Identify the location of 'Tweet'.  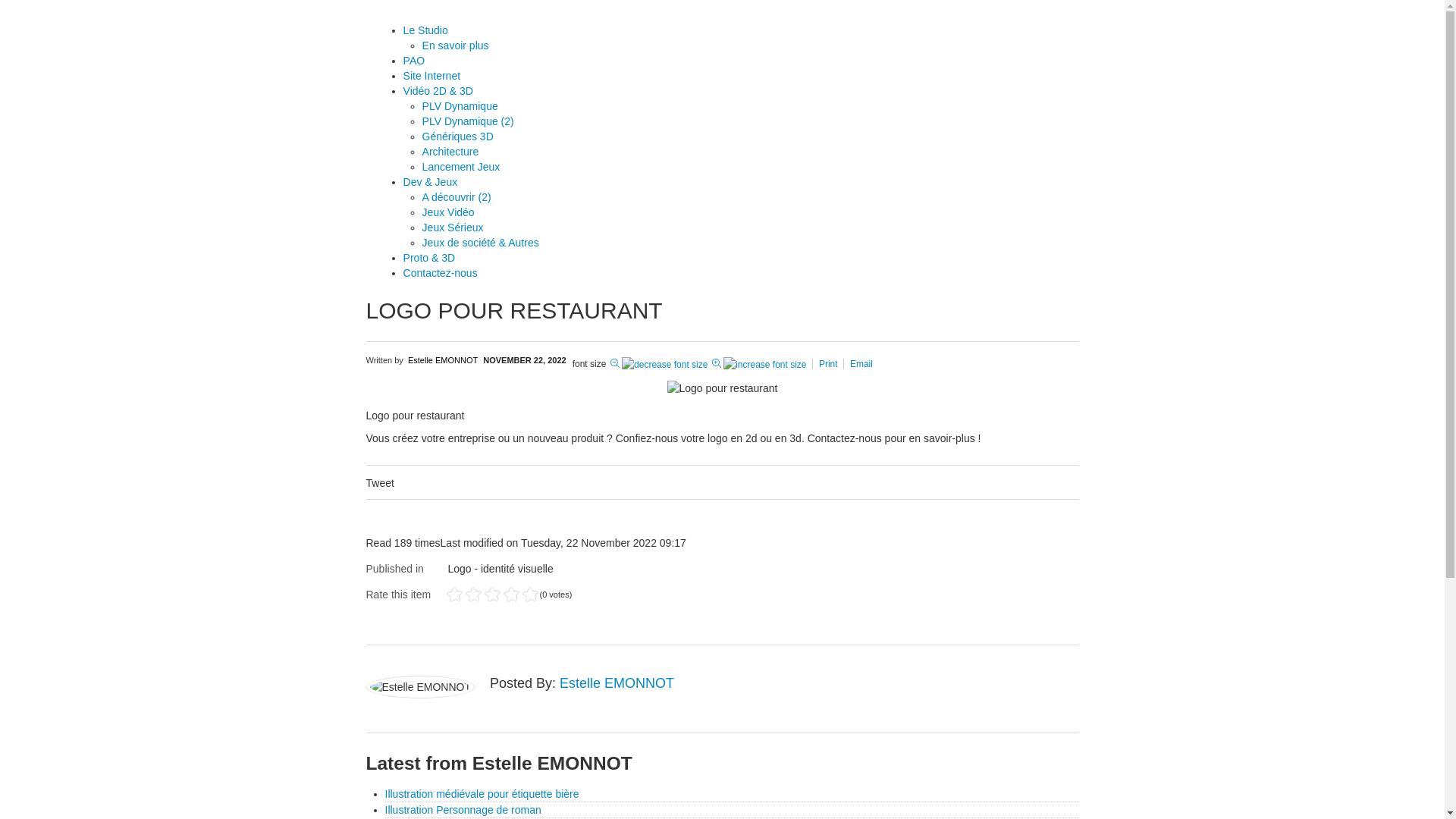
(379, 482).